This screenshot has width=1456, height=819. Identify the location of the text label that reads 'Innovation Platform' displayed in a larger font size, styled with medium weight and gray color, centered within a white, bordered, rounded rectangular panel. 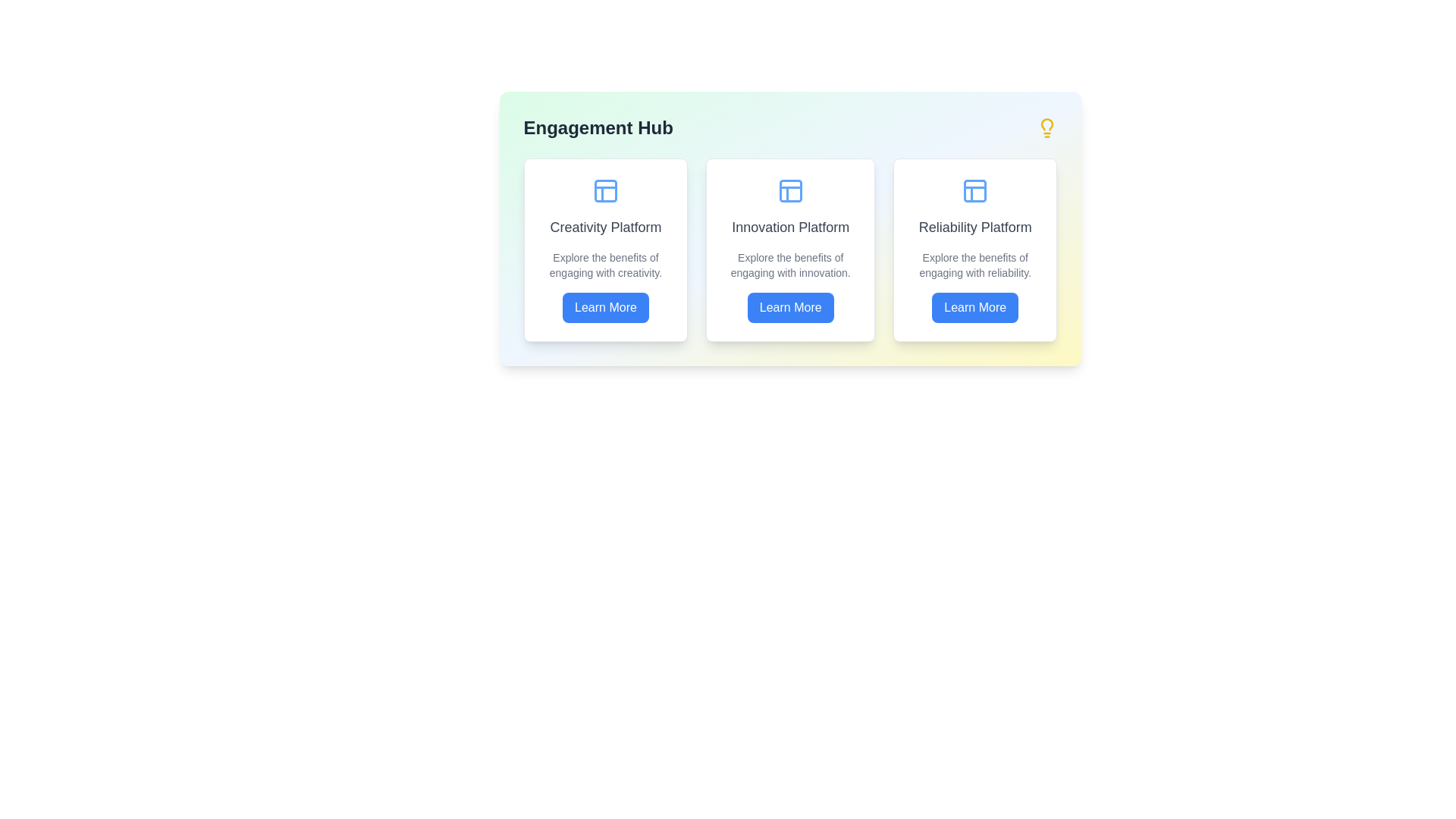
(789, 227).